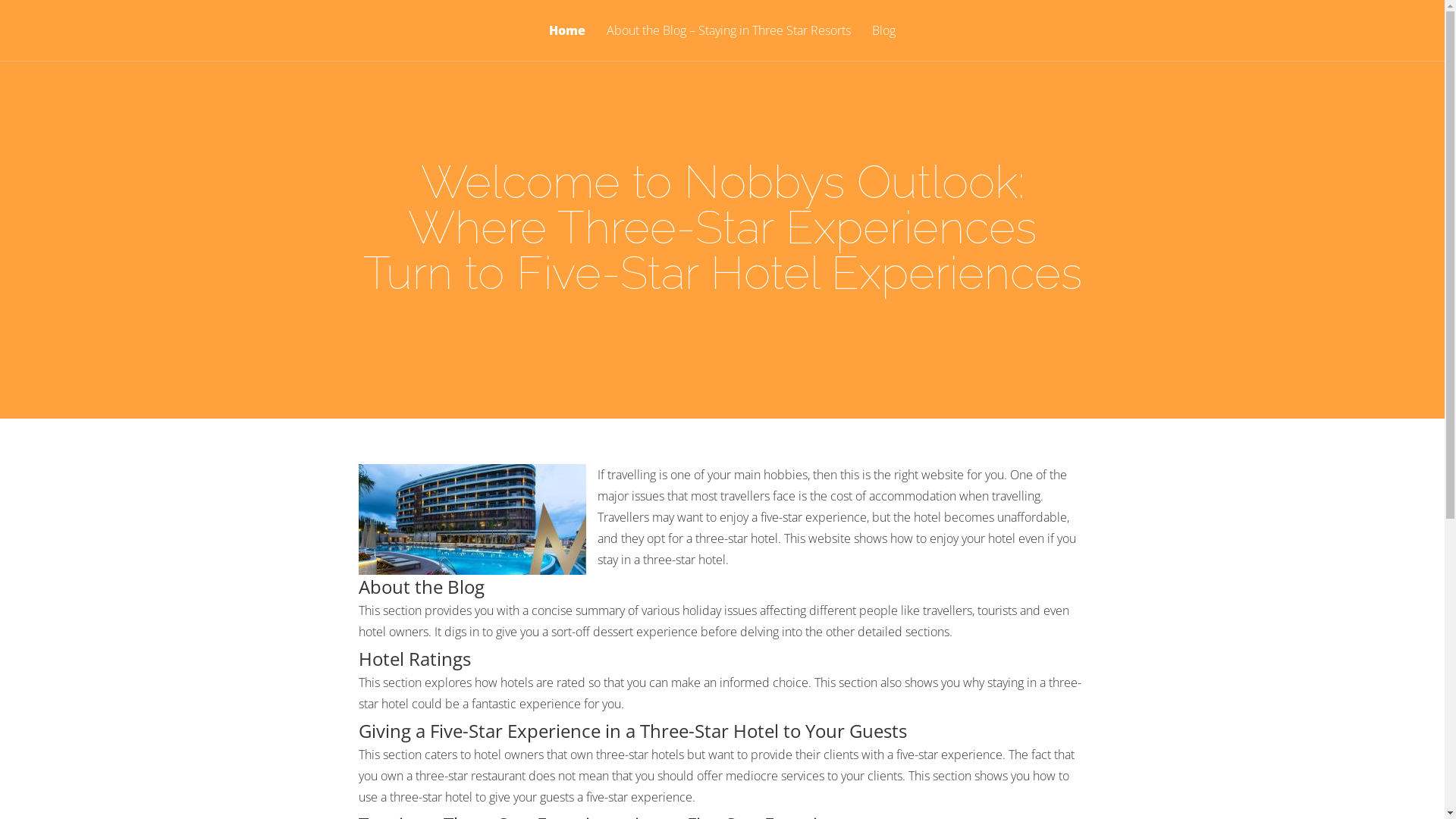 The width and height of the screenshot is (1456, 819). Describe the element at coordinates (883, 42) in the screenshot. I see `'Blog'` at that location.